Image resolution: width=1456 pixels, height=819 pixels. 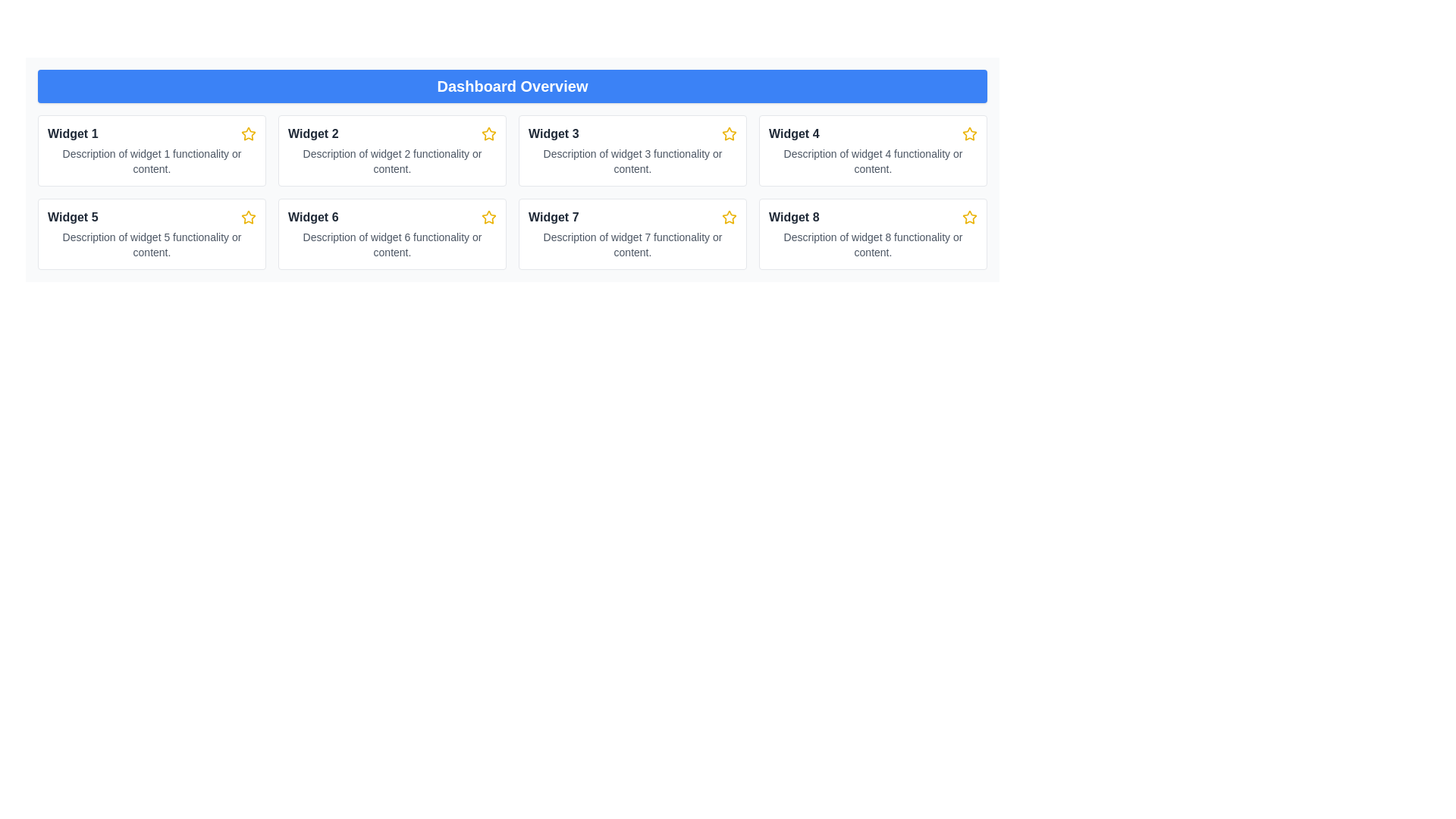 What do you see at coordinates (152, 244) in the screenshot?
I see `the text block that reads 'Description of widget 5 functionality or content', which is styled with small gray text and located below the title 'Widget 5'` at bounding box center [152, 244].